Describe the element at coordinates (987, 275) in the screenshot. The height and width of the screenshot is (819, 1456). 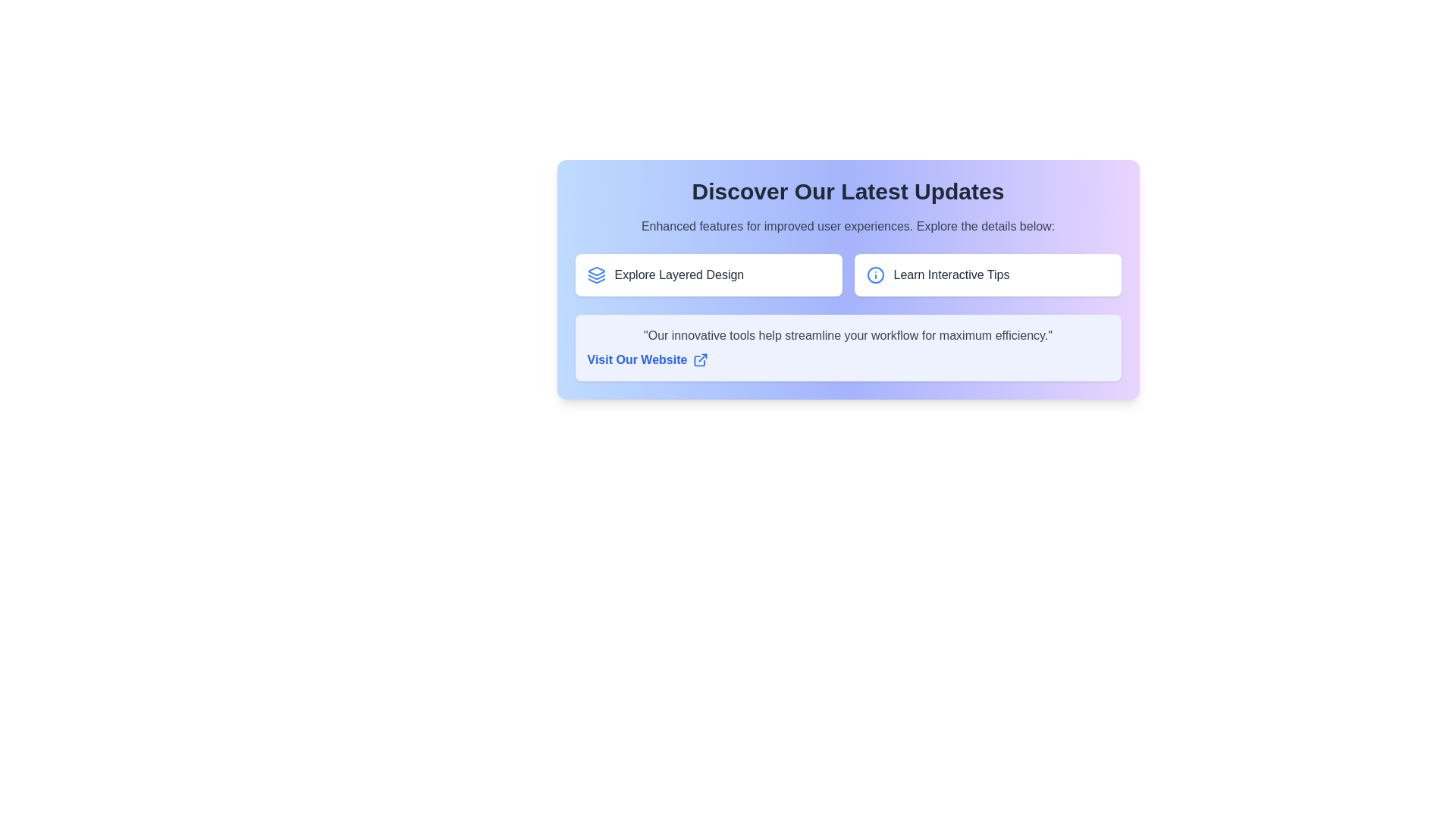
I see `the navigational button located` at that location.